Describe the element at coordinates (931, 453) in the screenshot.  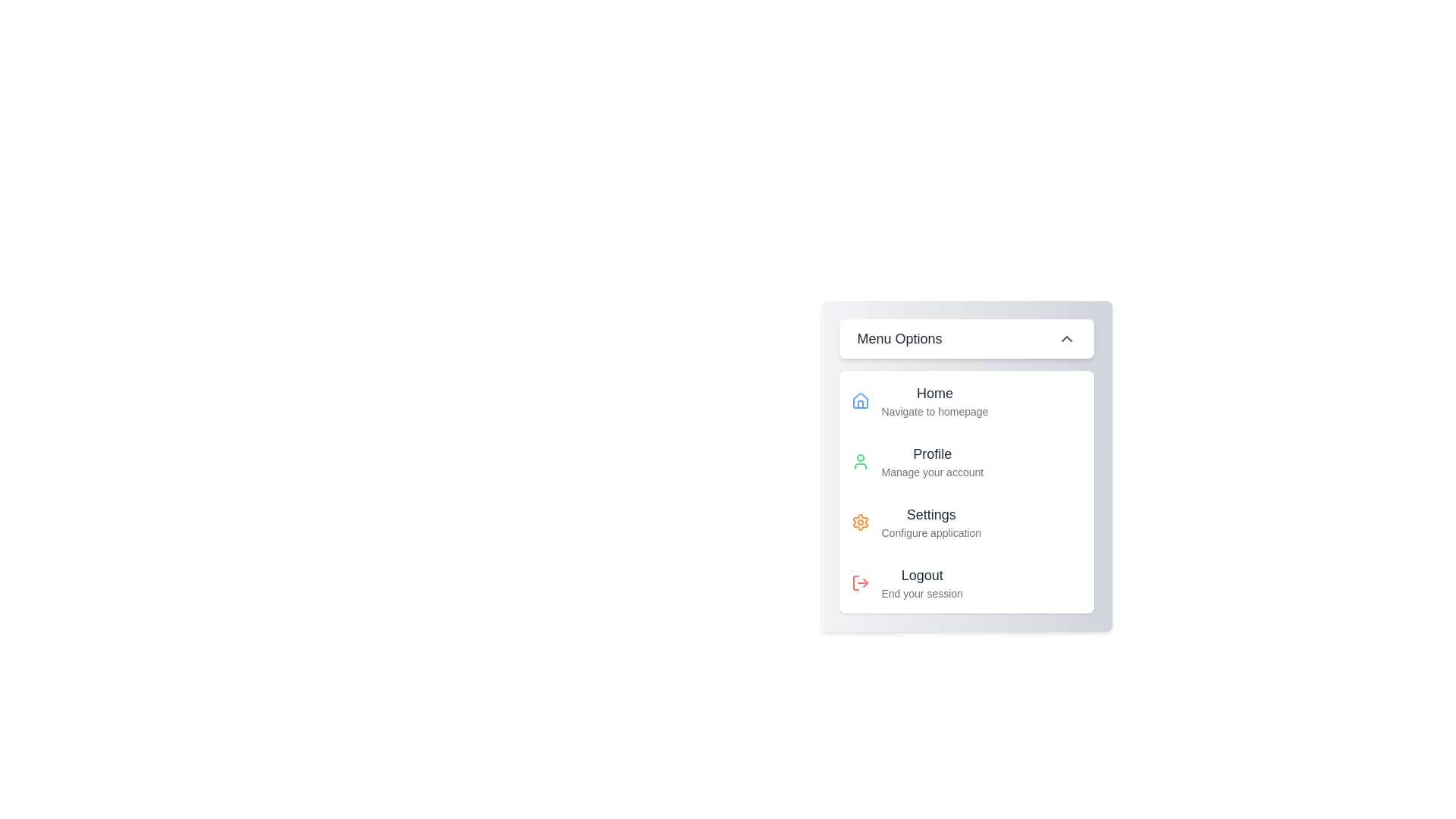
I see `the 'Profile' label which displays the word 'Profile' in a medium-sized, bold font in dark gray color, located centrally in the 'Menu Options' panel, below 'Home' and above descriptive text` at that location.